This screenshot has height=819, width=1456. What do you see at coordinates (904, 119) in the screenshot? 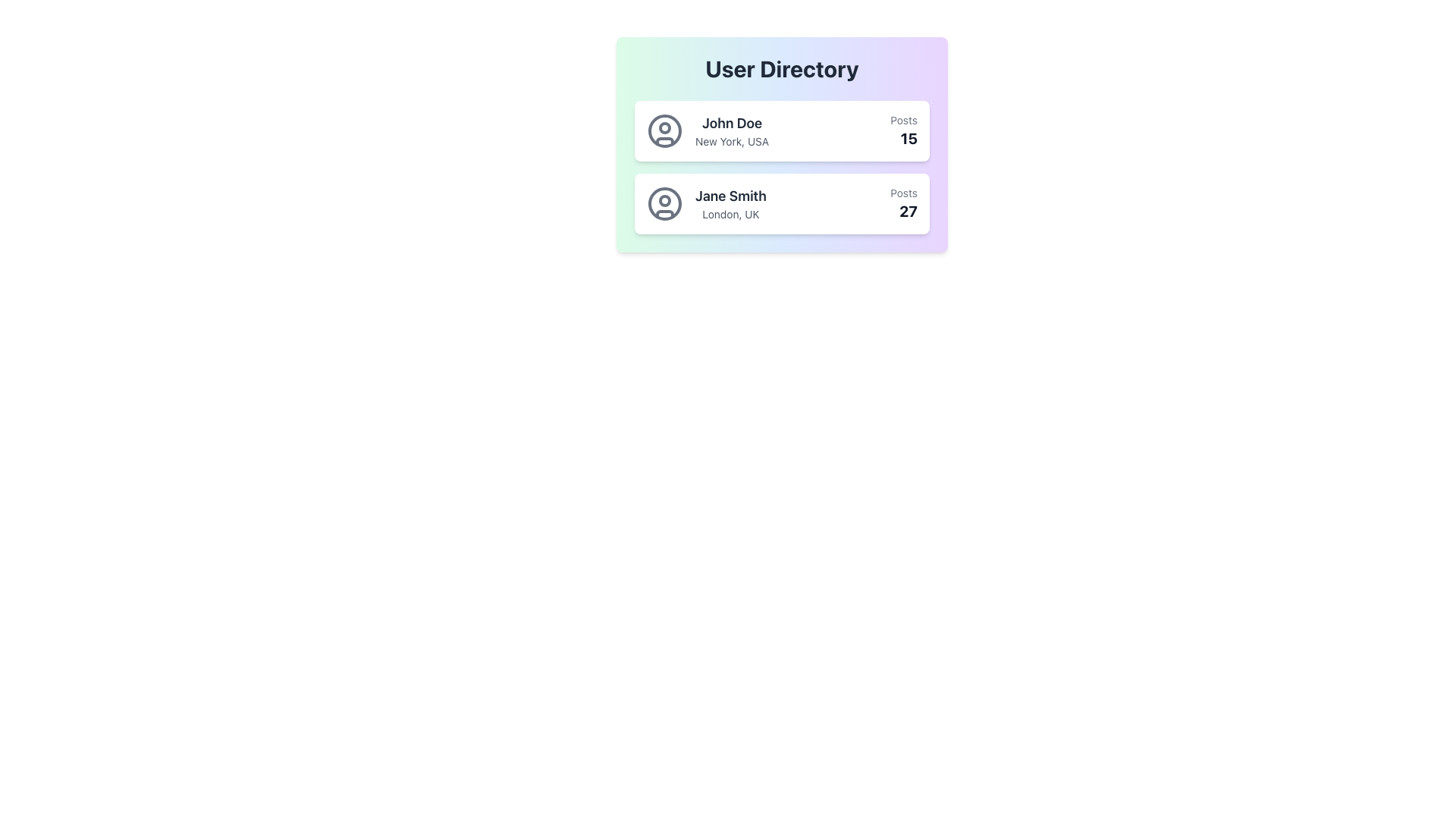
I see `the static text label that indicates the count of 'Posts' for user 'John Doe', positioned at the top-right of the user item card` at bounding box center [904, 119].